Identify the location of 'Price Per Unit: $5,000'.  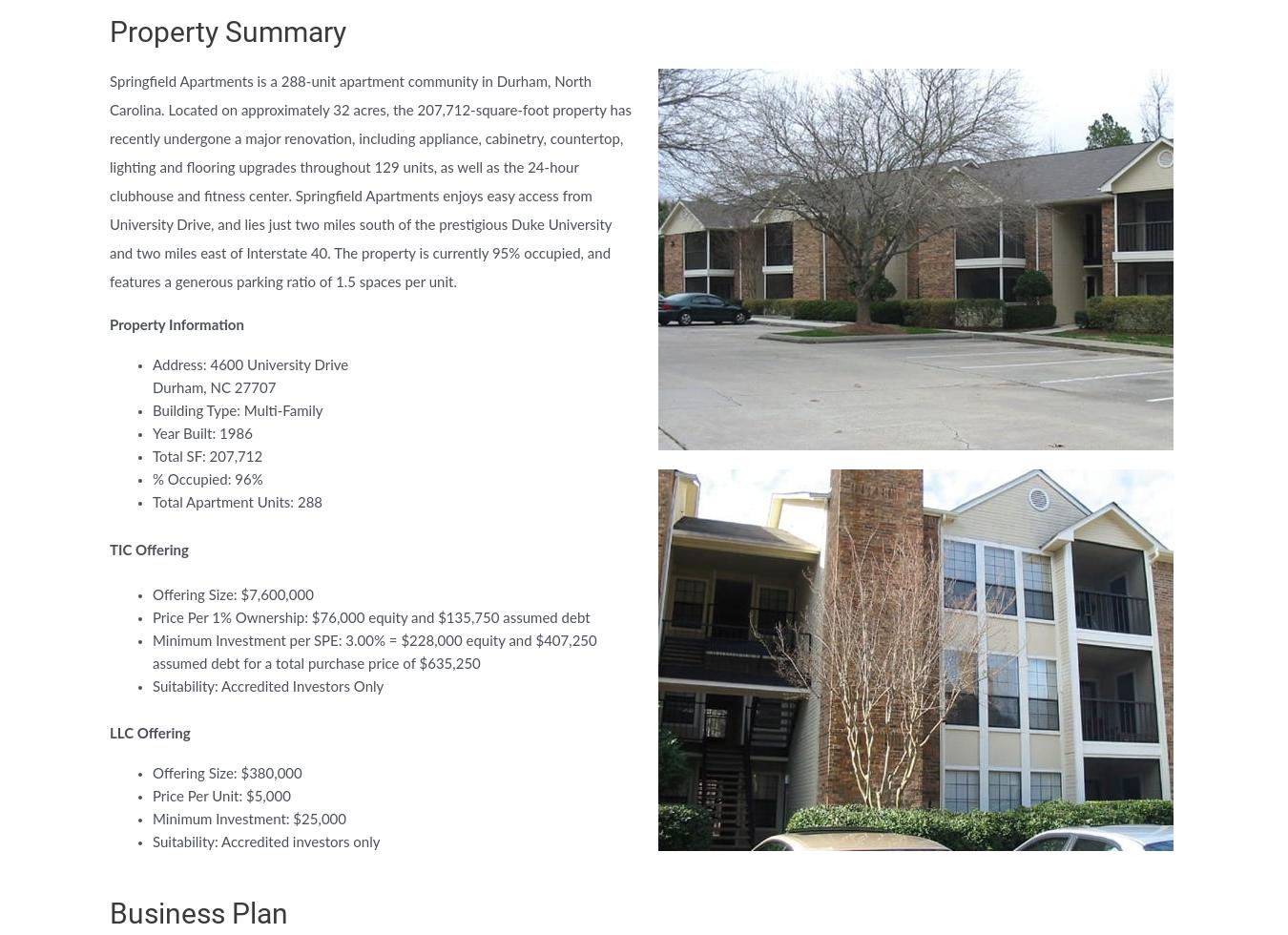
(220, 797).